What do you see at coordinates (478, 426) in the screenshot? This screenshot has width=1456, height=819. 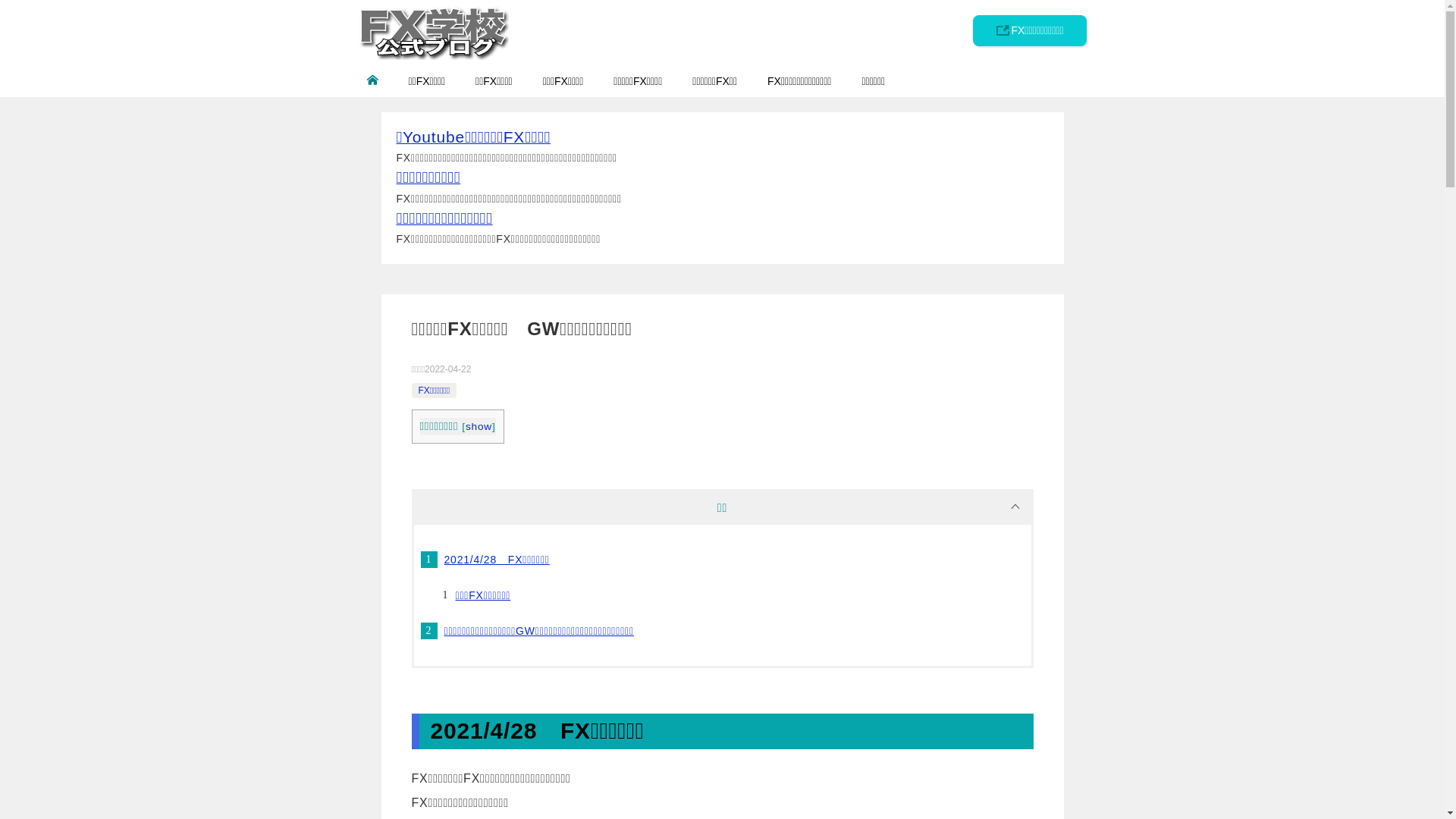 I see `'show'` at bounding box center [478, 426].